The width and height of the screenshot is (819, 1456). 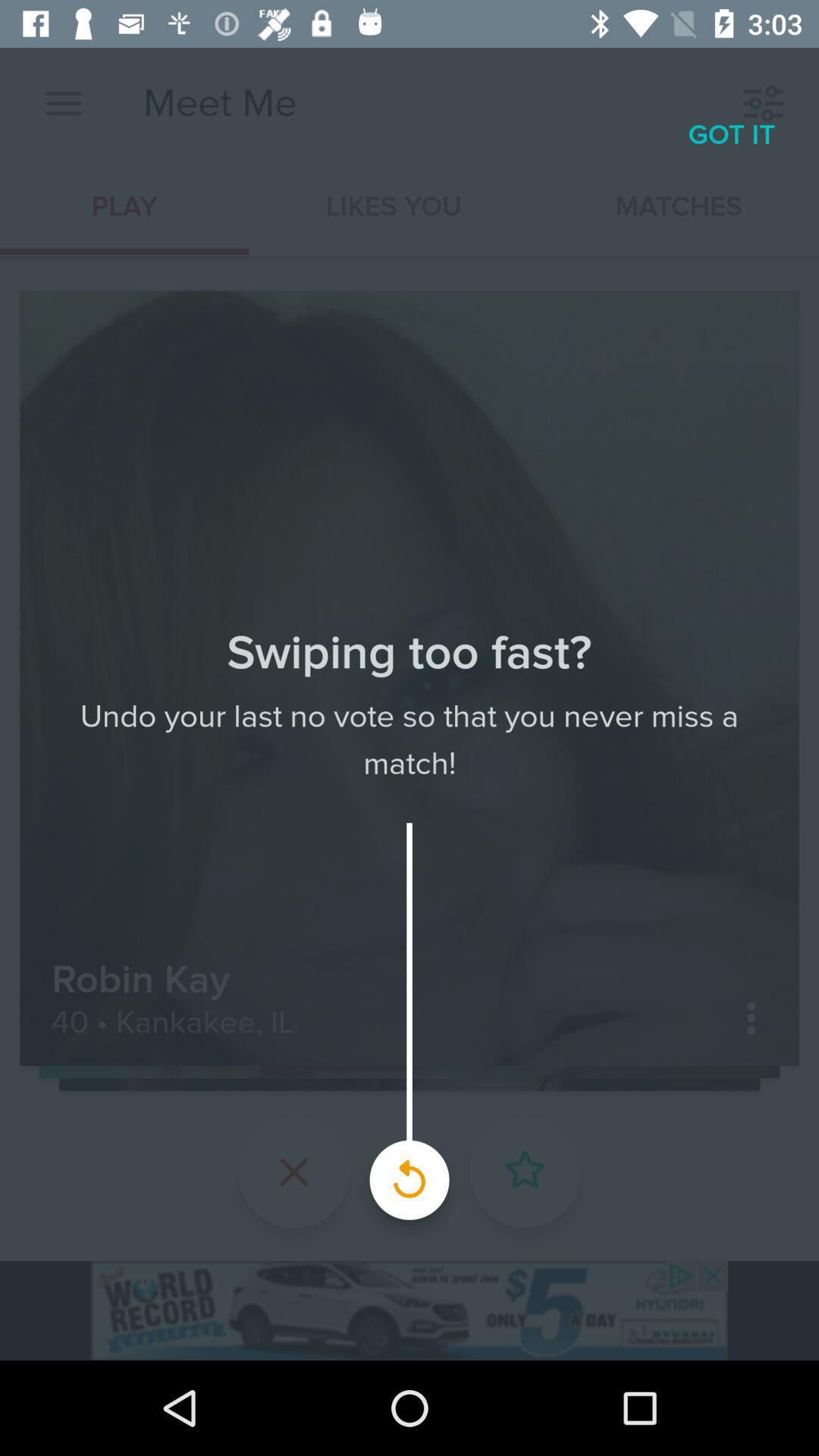 What do you see at coordinates (293, 1171) in the screenshot?
I see `the close icon` at bounding box center [293, 1171].